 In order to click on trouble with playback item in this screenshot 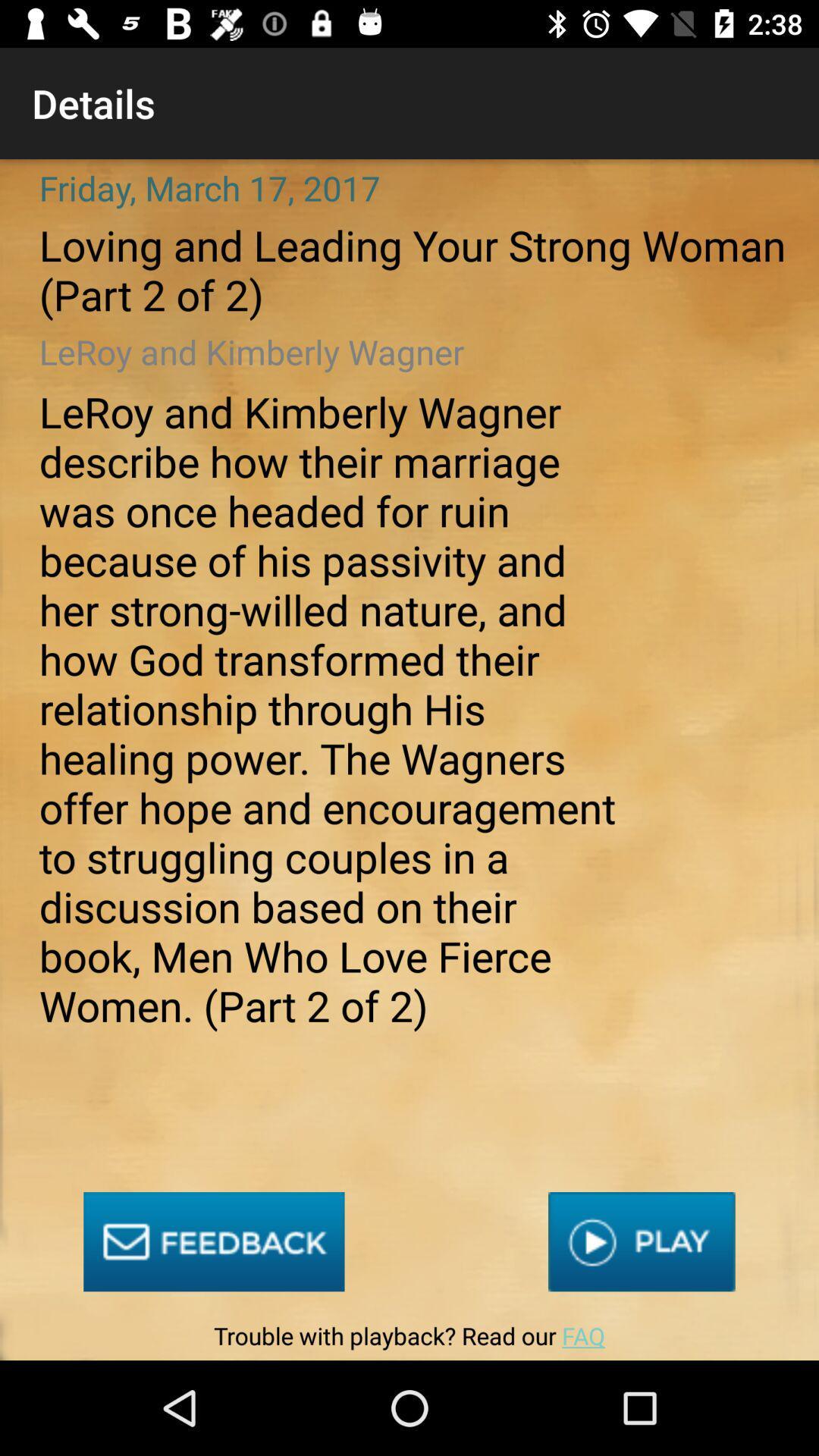, I will do `click(409, 1339)`.